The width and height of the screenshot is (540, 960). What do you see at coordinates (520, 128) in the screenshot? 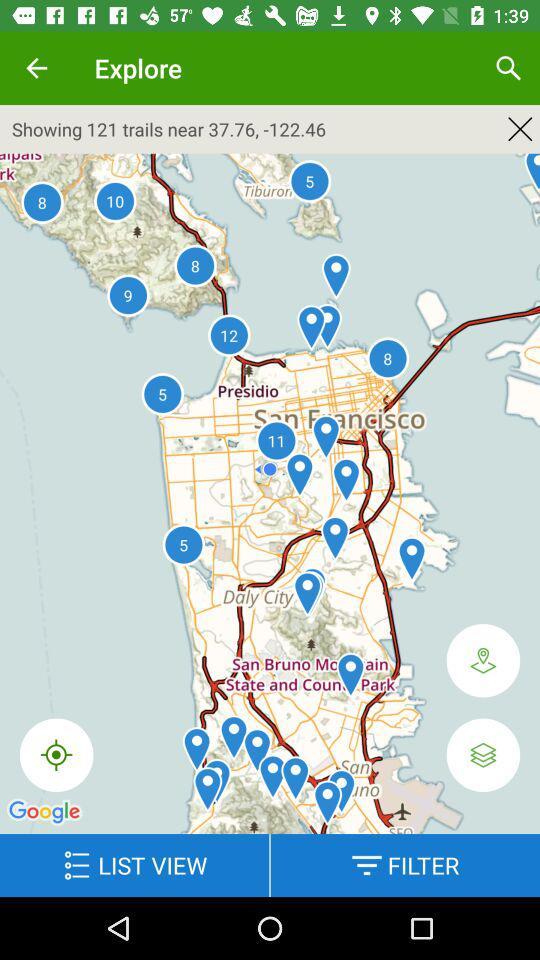
I see `icon to the right of the showing 121 trails` at bounding box center [520, 128].